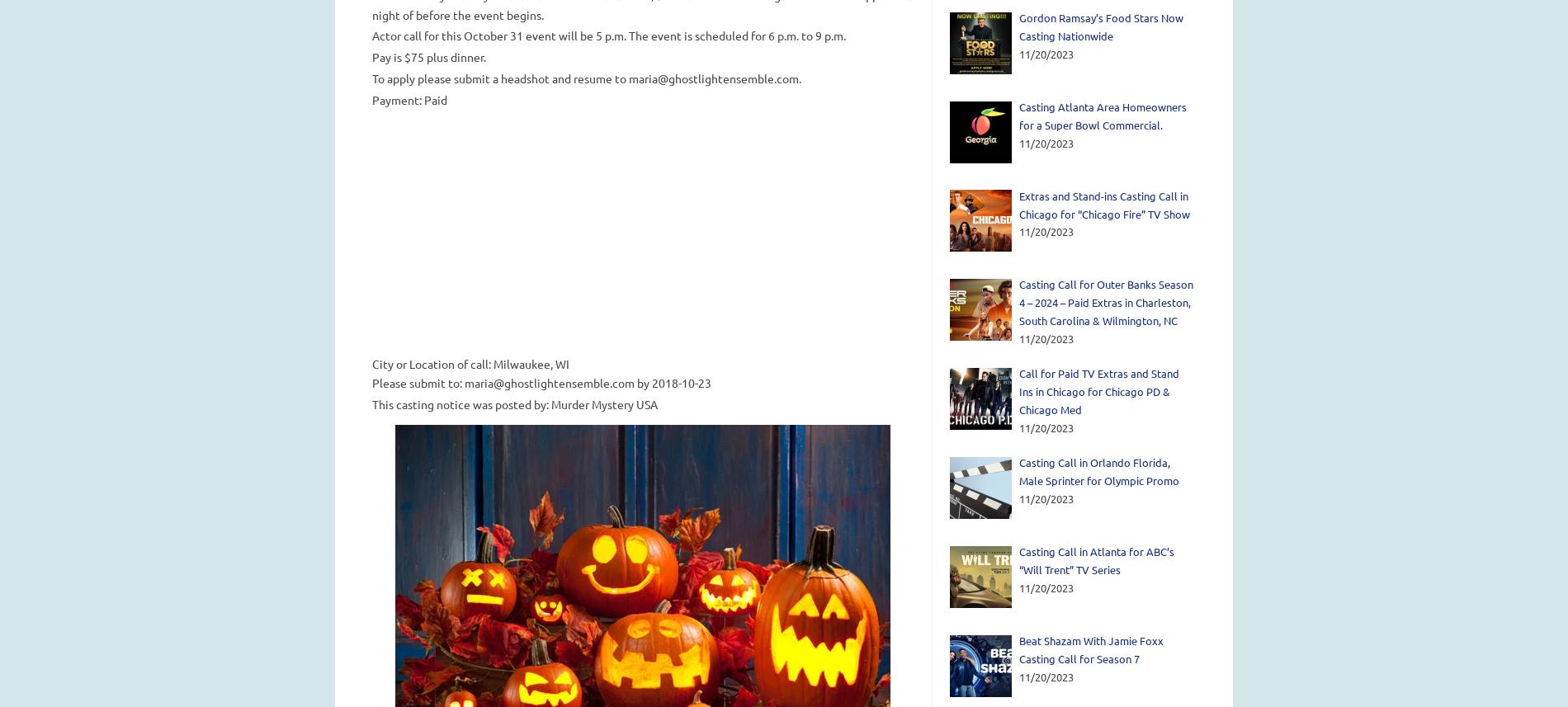  I want to click on 'Actor call for this October 31 event will be 5 p.m. The event is scheduled for 6 p.m. to 9 p.m.', so click(607, 35).